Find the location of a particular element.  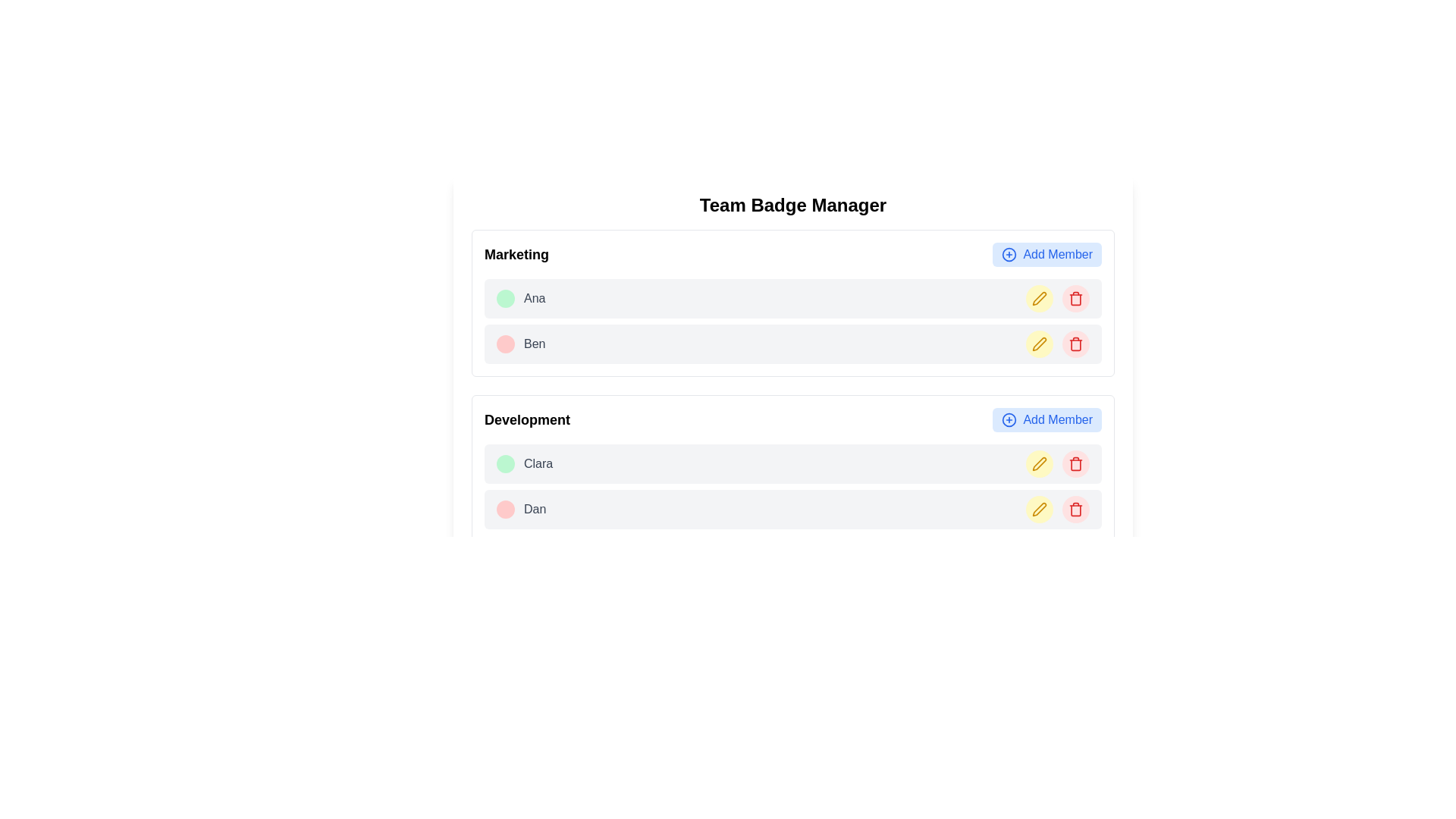

the delete button located in the second row under the 'Marketing' group, which is the third interactive element to the right of the yellow circular edit button is located at coordinates (1075, 344).